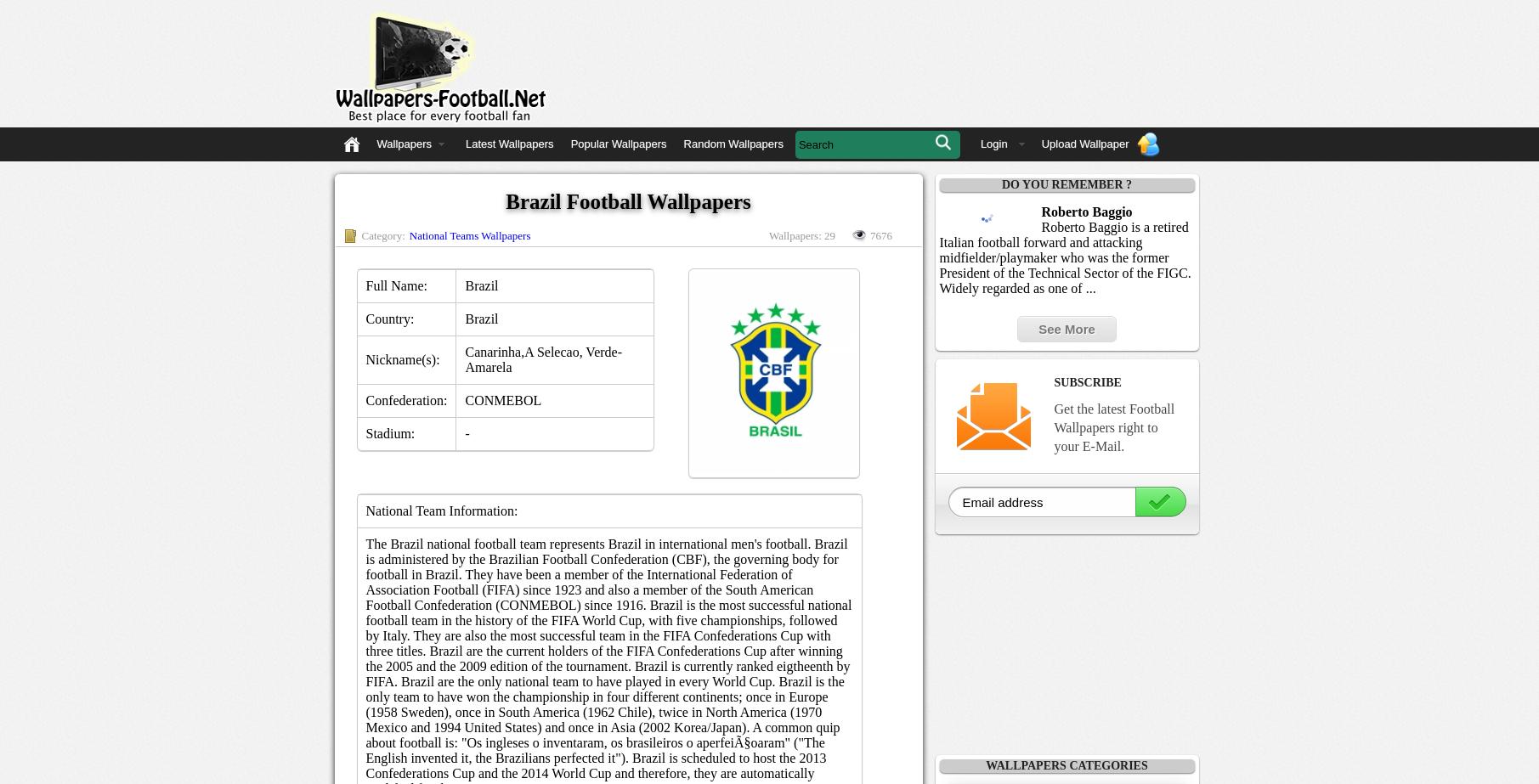 This screenshot has width=1539, height=784. What do you see at coordinates (1040, 144) in the screenshot?
I see `'Upload Wallpaper'` at bounding box center [1040, 144].